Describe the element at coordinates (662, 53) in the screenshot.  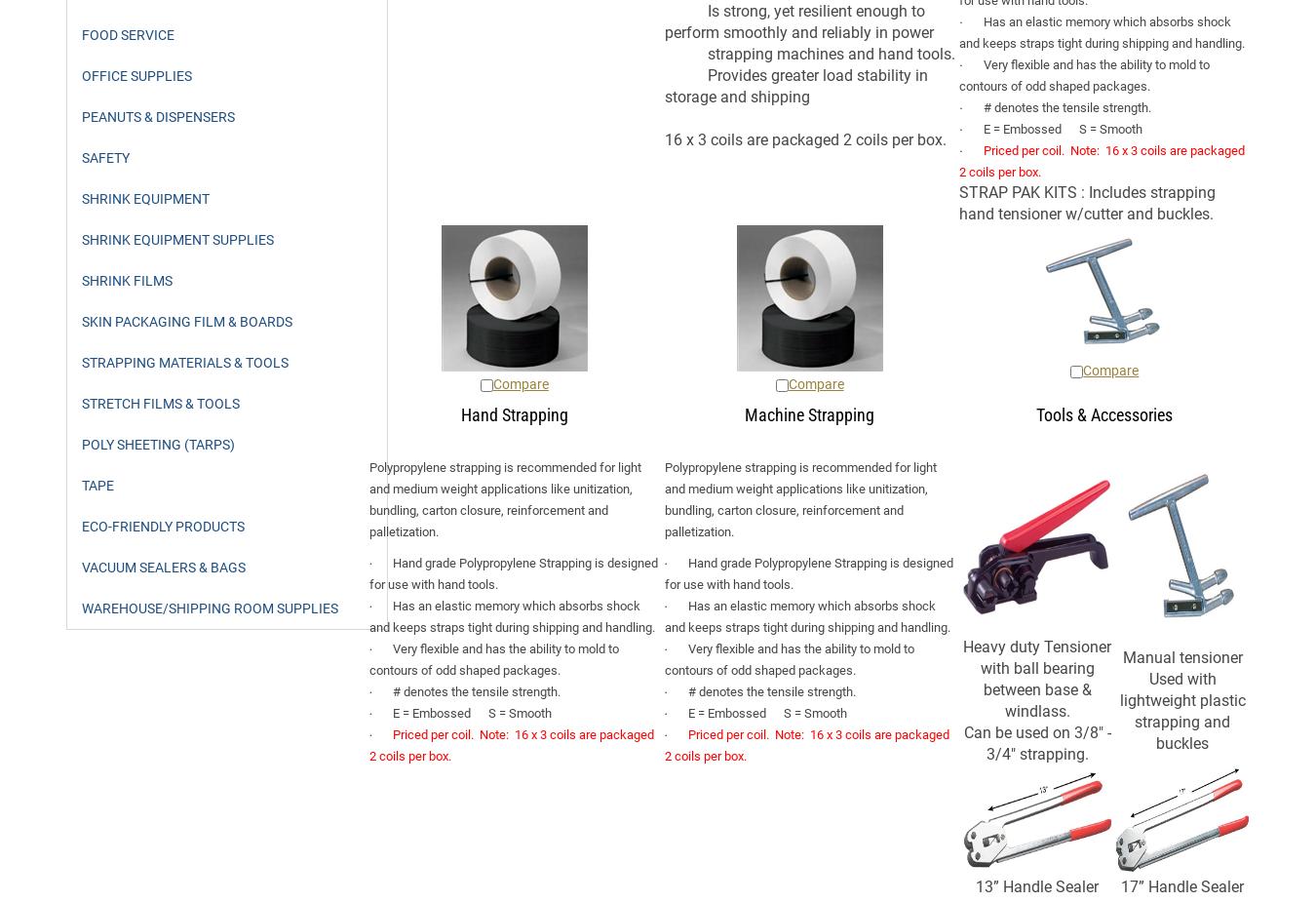
I see `'strapping machines and hand tools.'` at that location.